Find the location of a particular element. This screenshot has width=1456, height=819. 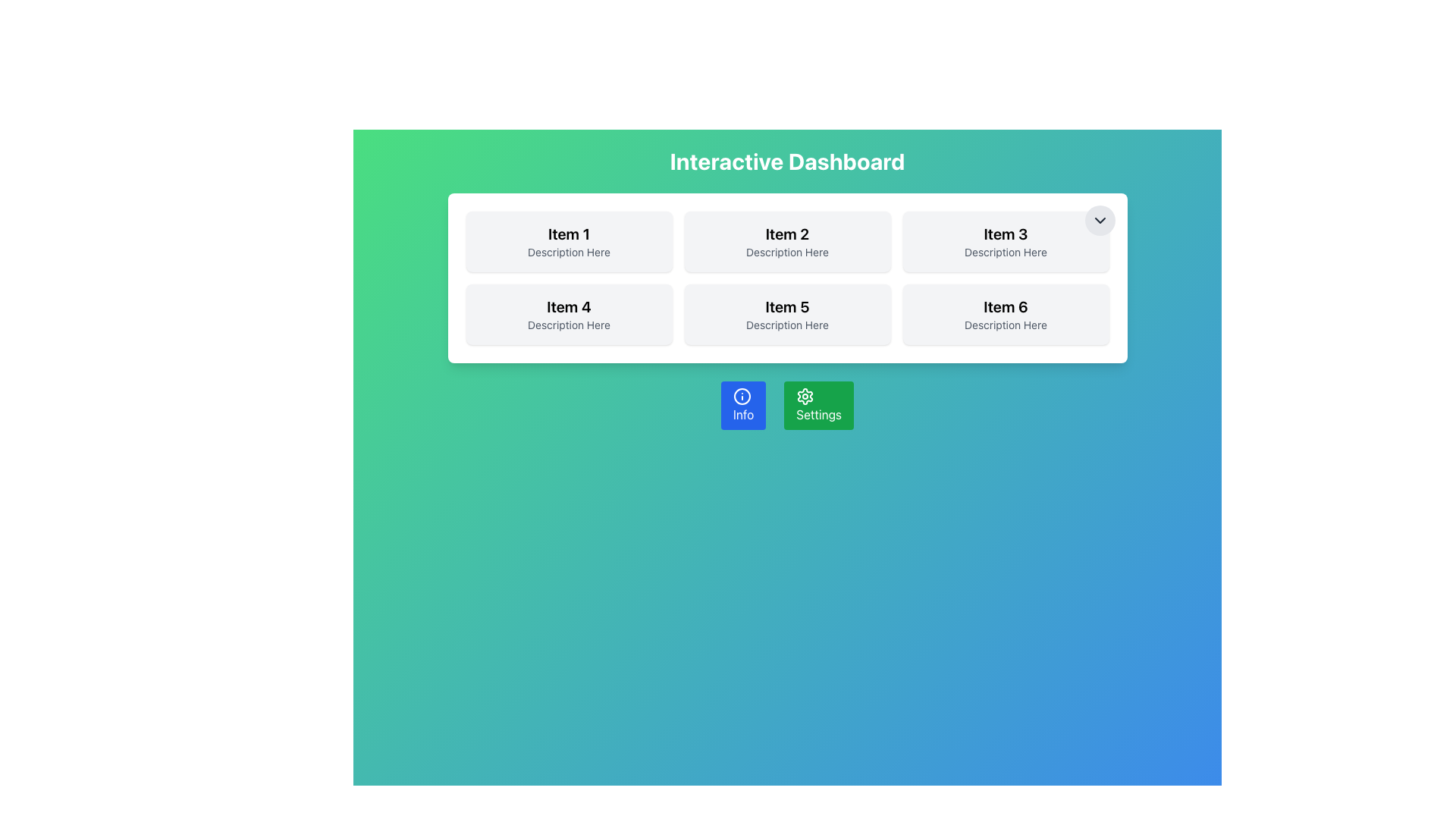

the settings button located immediately to the right of the 'Info' button with a blue background, positioned at the bottom center of the interface is located at coordinates (818, 405).